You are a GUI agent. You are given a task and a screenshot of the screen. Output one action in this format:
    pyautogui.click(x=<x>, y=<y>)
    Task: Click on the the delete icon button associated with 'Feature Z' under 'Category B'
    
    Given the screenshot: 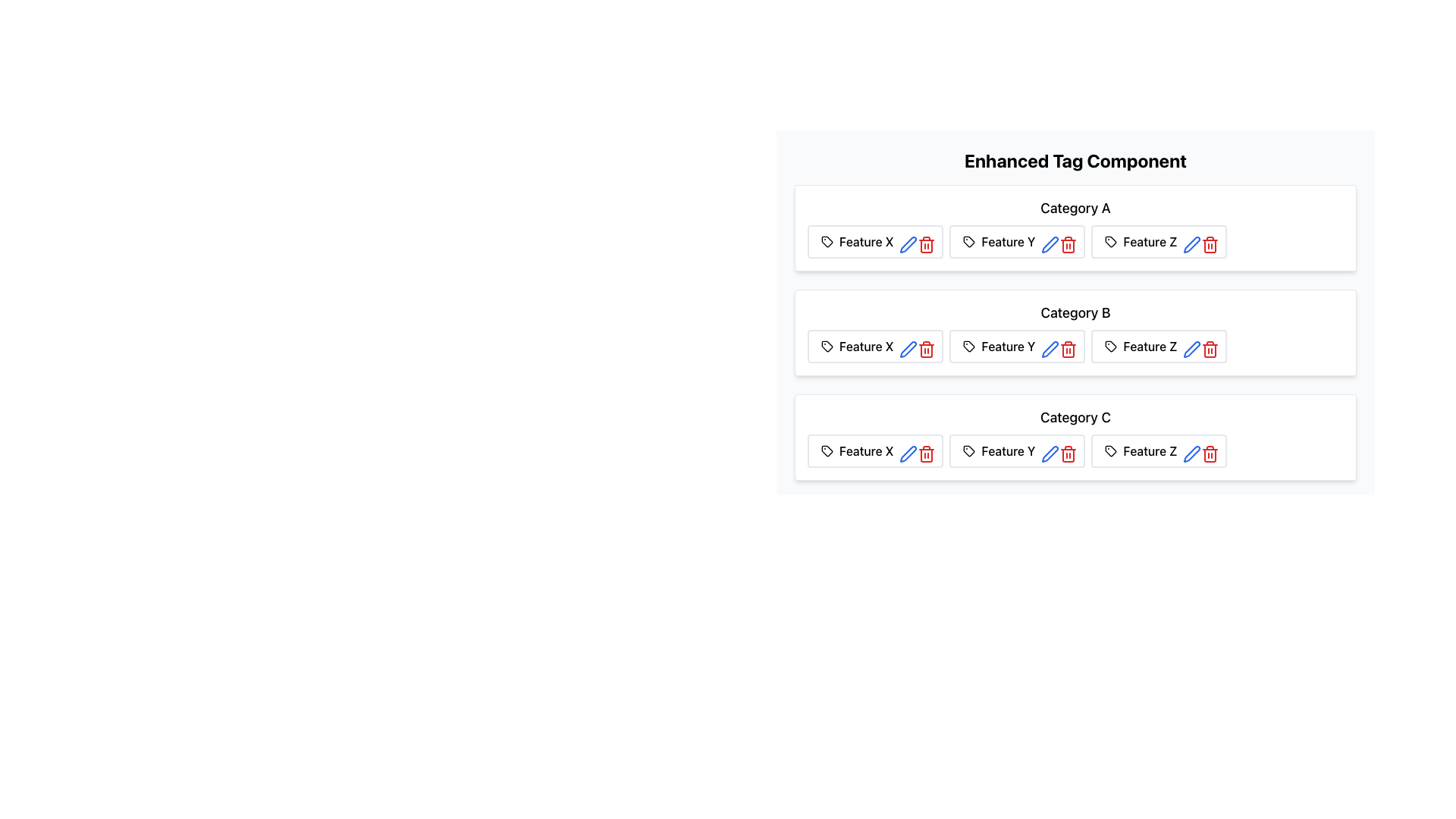 What is the action you would take?
    pyautogui.click(x=1210, y=350)
    